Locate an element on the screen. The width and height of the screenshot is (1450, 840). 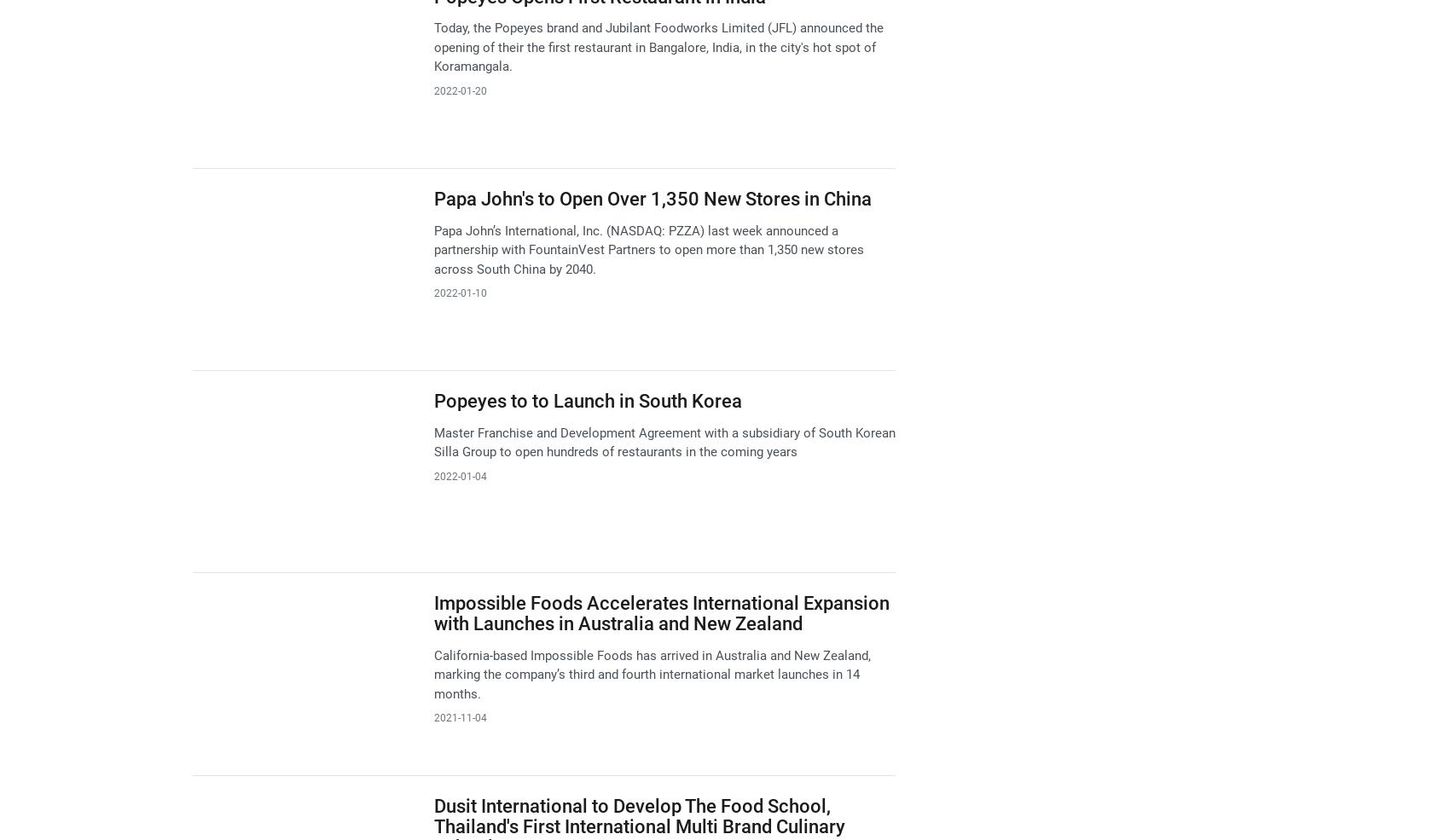
'2022-01-10' is located at coordinates (459, 293).